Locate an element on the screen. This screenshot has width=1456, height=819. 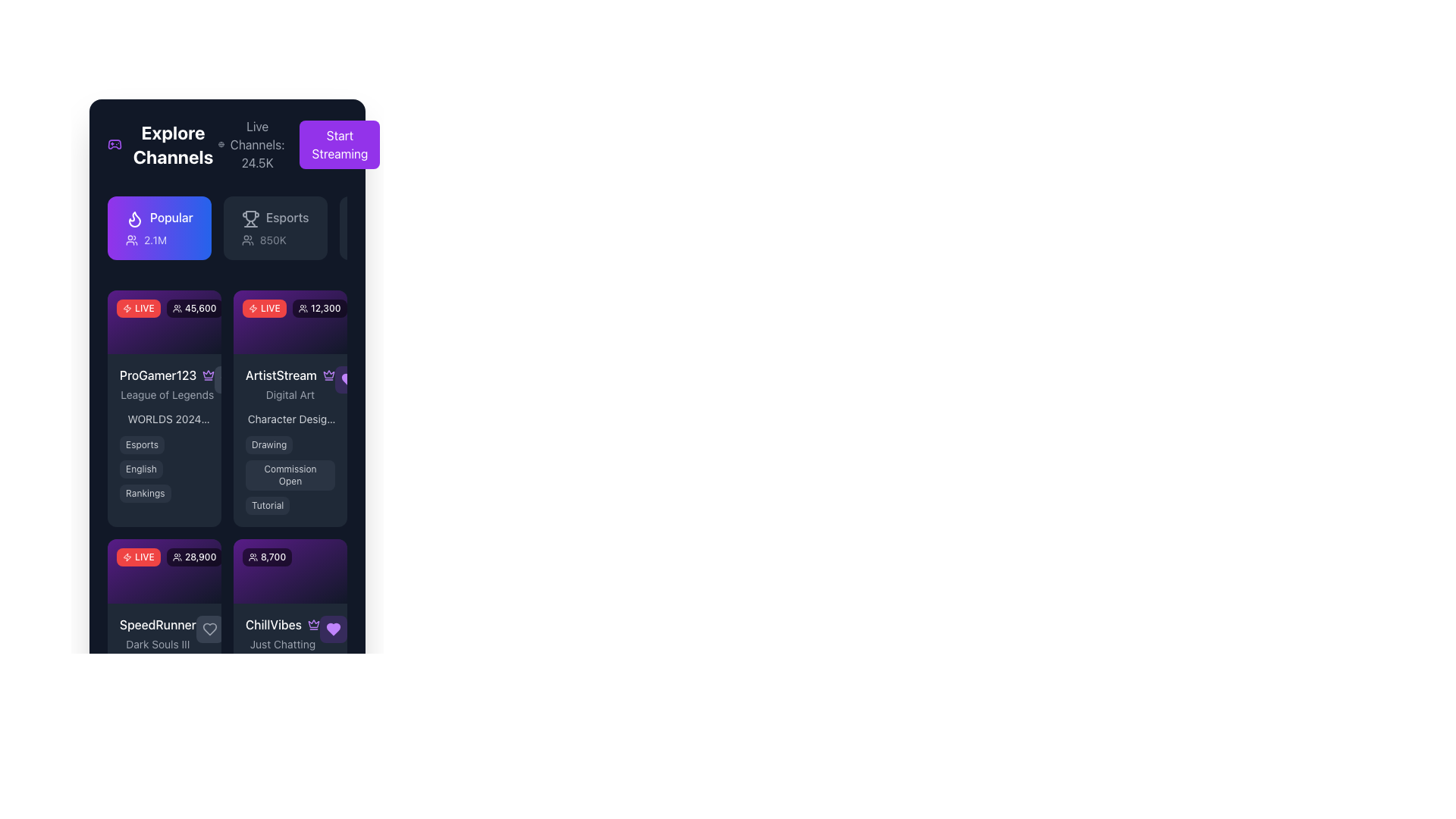
the crown icon with sharp edges in a purple color scheme located near the 'ArtistStream' channel card is located at coordinates (328, 374).